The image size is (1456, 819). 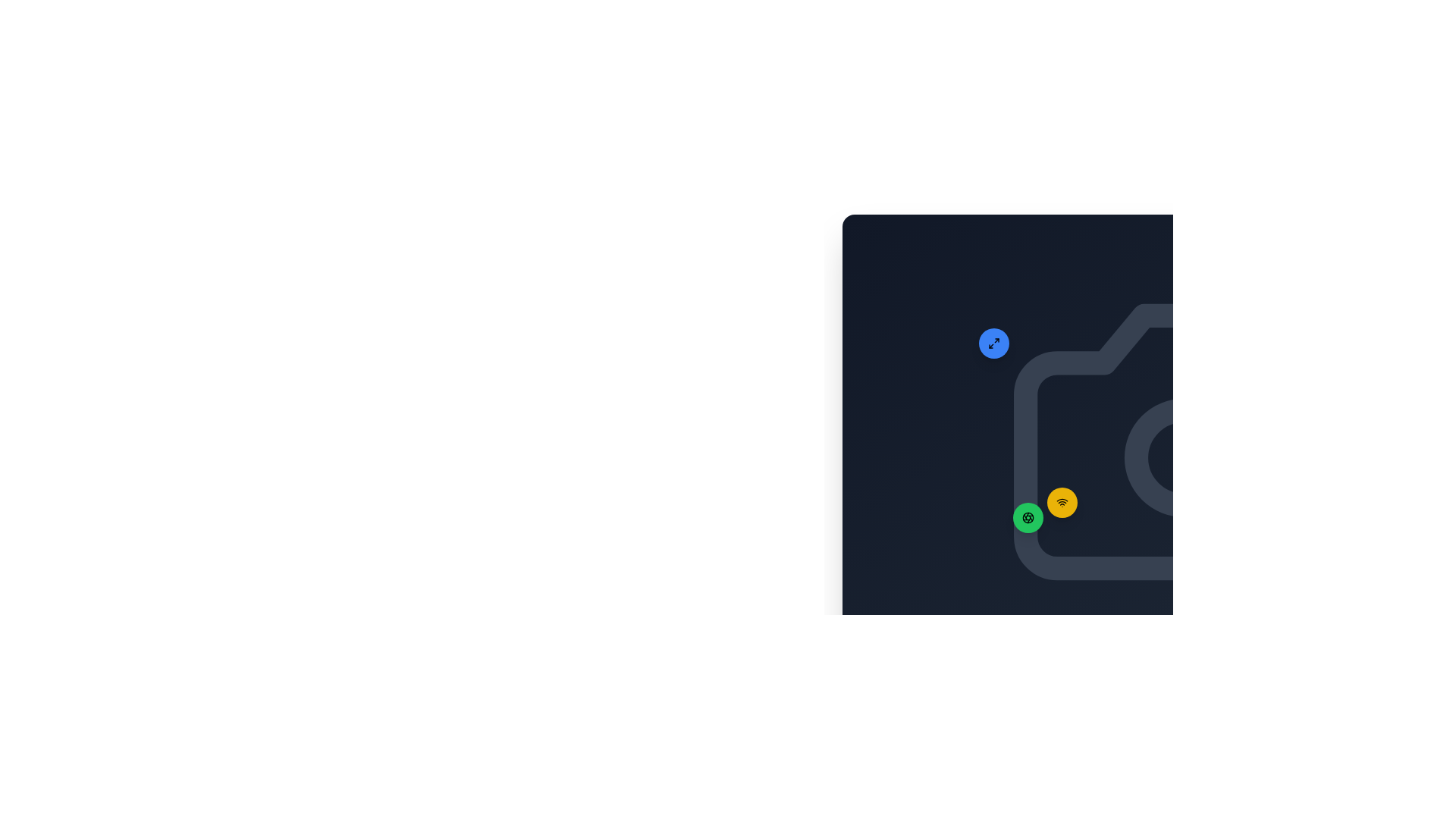 What do you see at coordinates (1062, 503) in the screenshot?
I see `the WiFi signal icon which is represented by black lines on a yellow circular background located at the bottom-right corner of the interface` at bounding box center [1062, 503].